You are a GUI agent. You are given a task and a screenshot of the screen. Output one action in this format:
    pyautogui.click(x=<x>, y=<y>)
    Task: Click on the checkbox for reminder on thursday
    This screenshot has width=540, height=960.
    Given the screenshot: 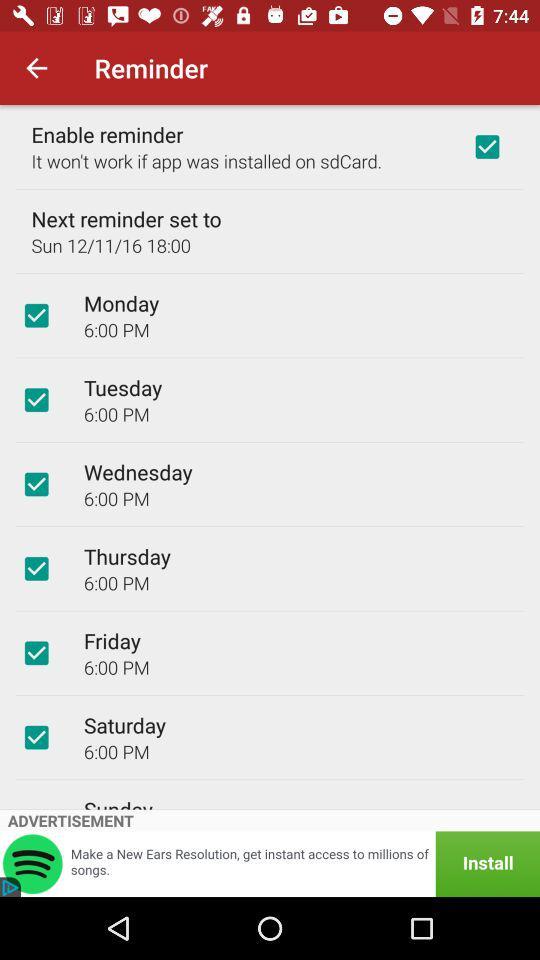 What is the action you would take?
    pyautogui.click(x=36, y=568)
    